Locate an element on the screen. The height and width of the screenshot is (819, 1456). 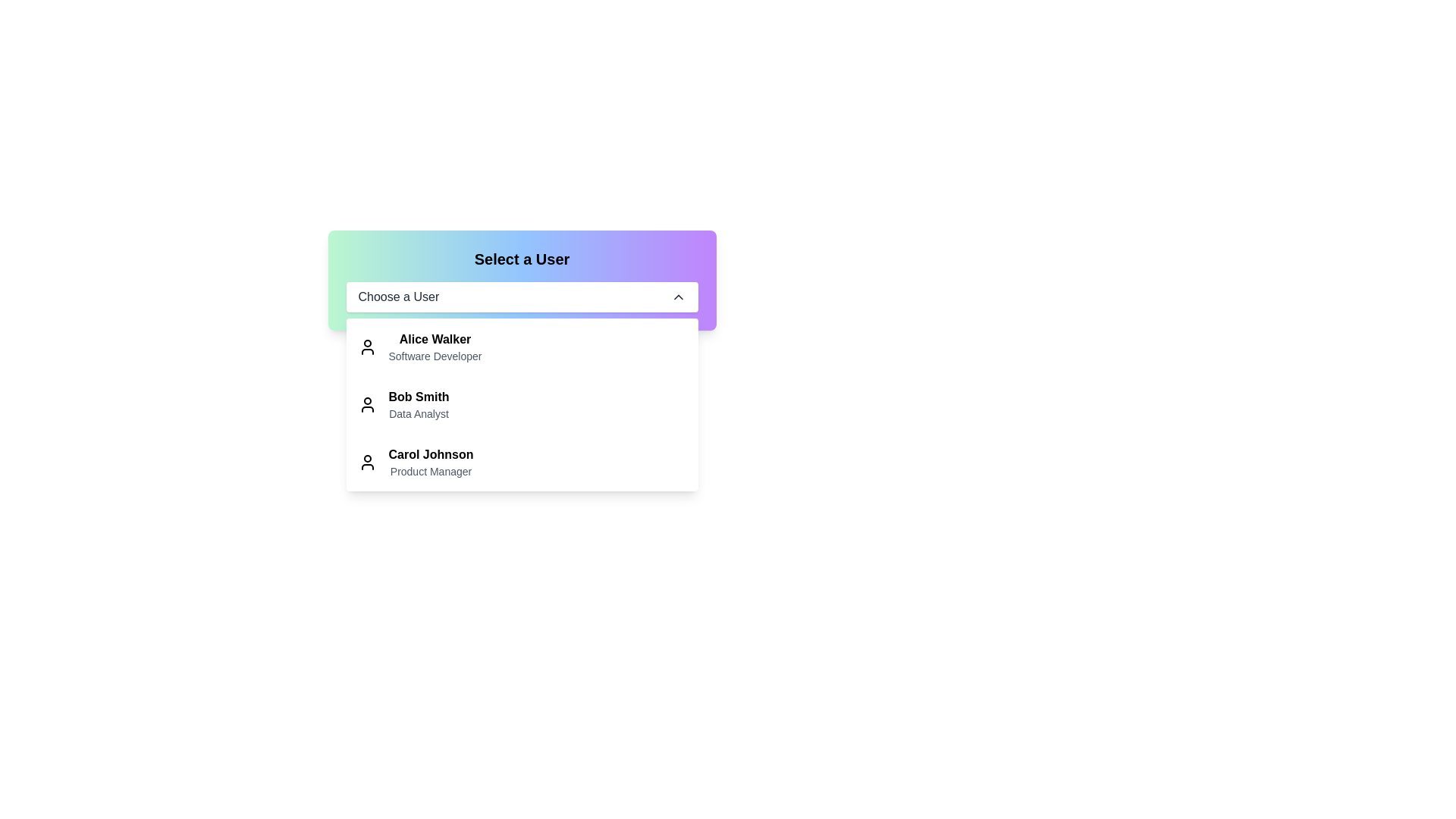
the text label indicating the professional role or title of 'Bob Smith', located directly below his name in the dropdown list of users is located at coordinates (419, 414).